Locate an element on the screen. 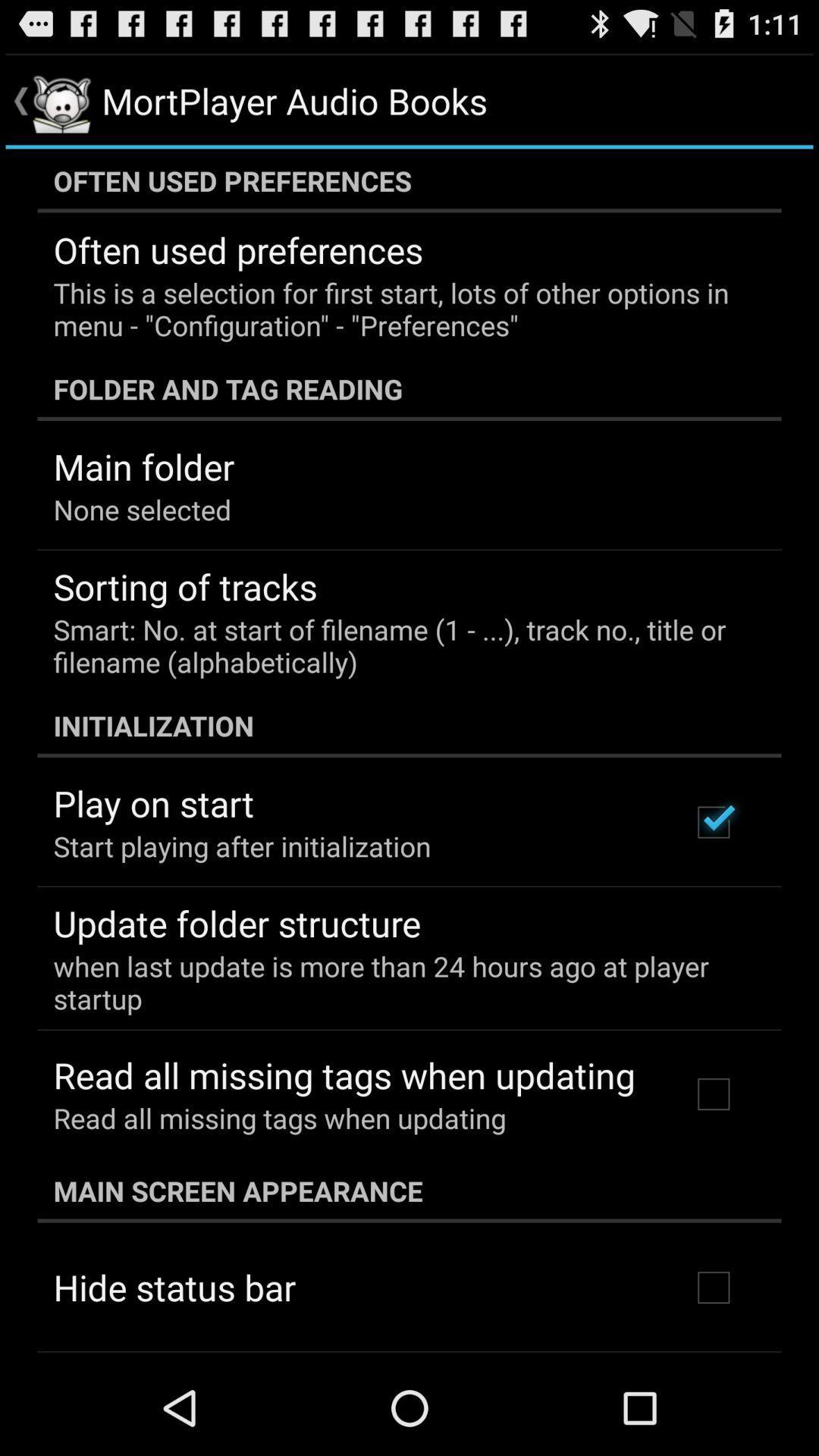  icon below the this is a is located at coordinates (409, 389).